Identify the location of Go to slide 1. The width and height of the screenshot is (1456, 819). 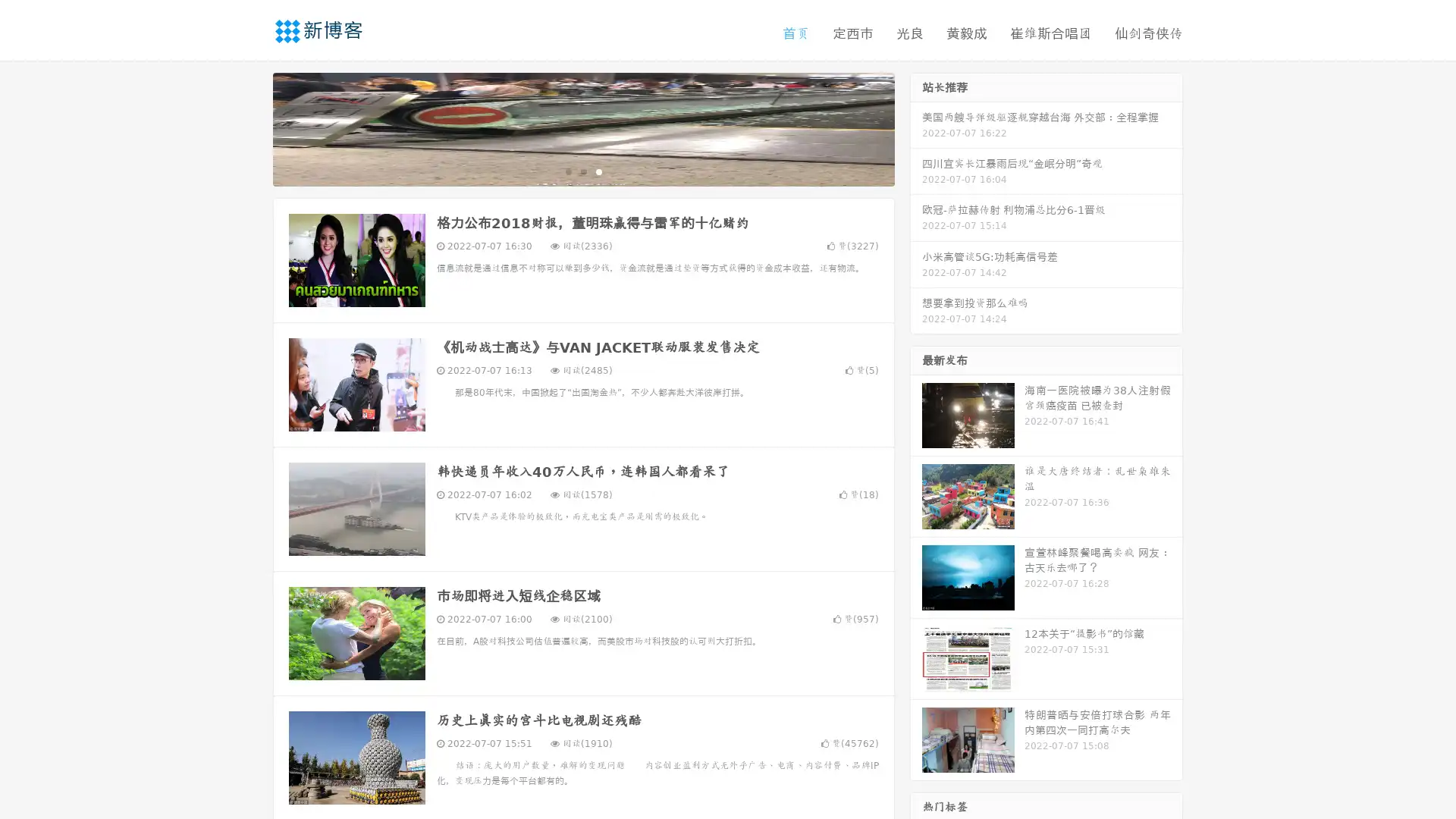
(567, 171).